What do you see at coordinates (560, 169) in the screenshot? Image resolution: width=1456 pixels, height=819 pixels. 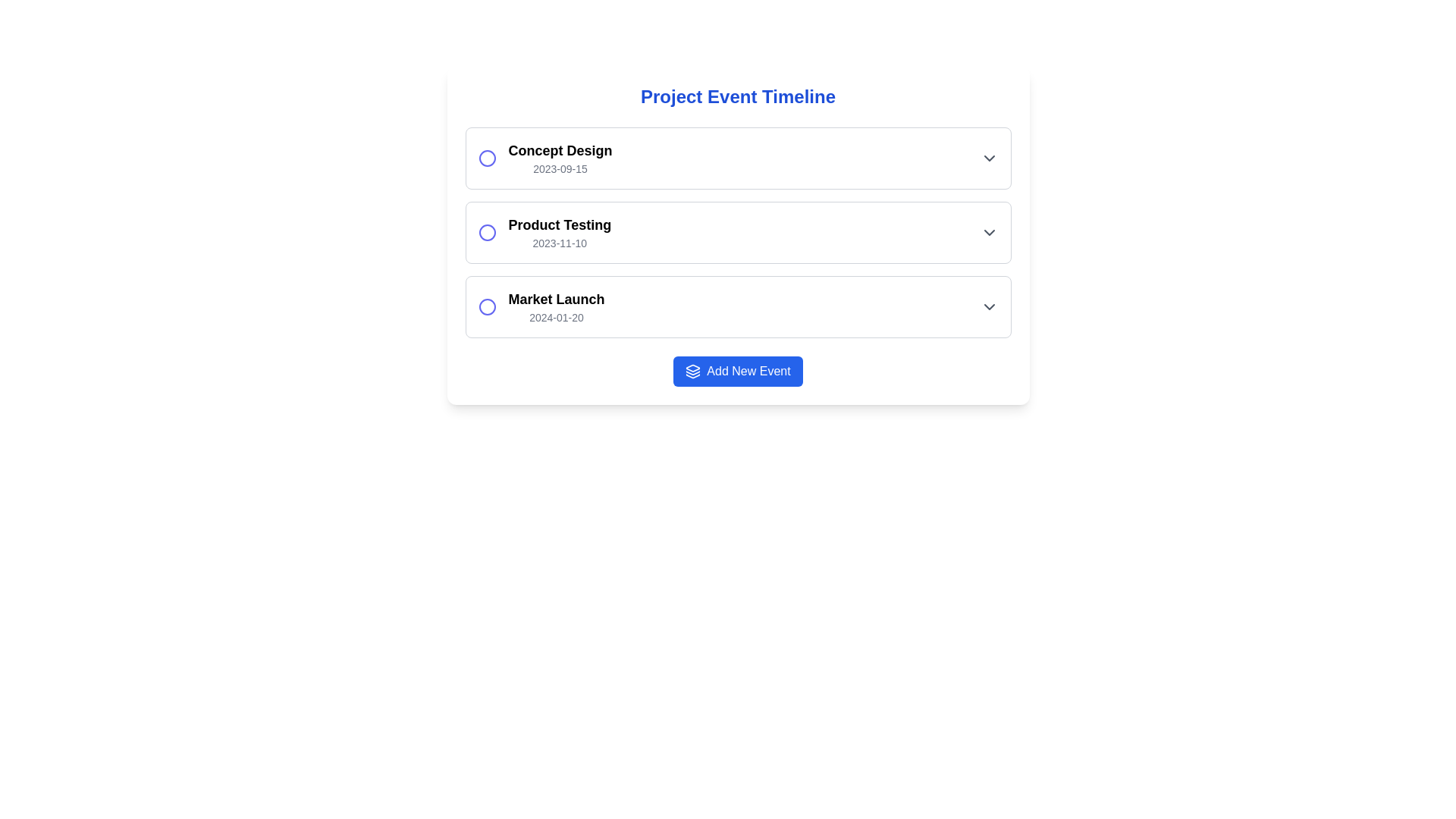 I see `the text label displaying the date '2023-09-15', which is styled with a small font size and gray text color, located directly underneath 'Concept Design'` at bounding box center [560, 169].